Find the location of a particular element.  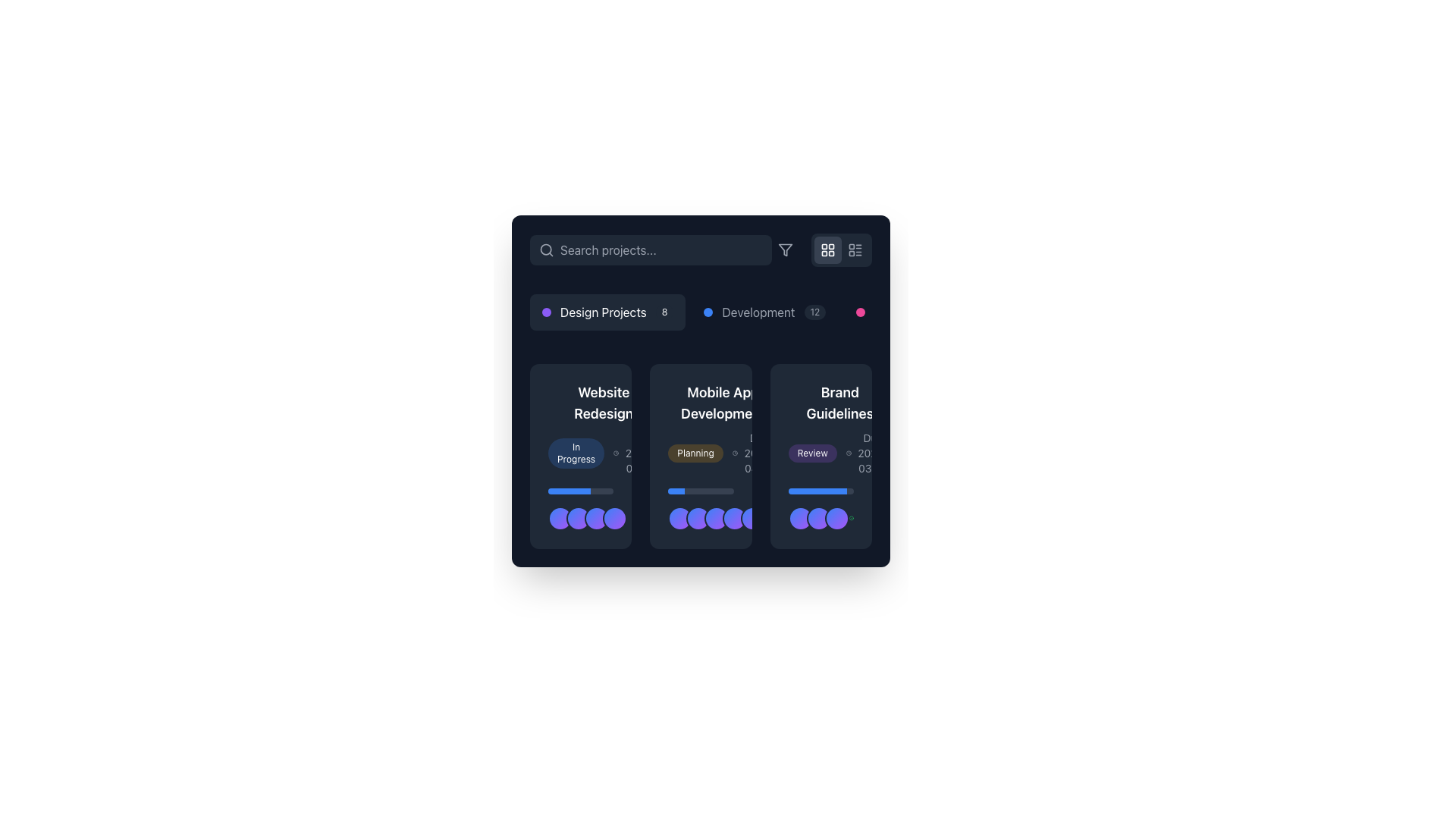

an individual avatar within the Avatar Group located at the bottom of the 'Website Redesign' card is located at coordinates (580, 509).